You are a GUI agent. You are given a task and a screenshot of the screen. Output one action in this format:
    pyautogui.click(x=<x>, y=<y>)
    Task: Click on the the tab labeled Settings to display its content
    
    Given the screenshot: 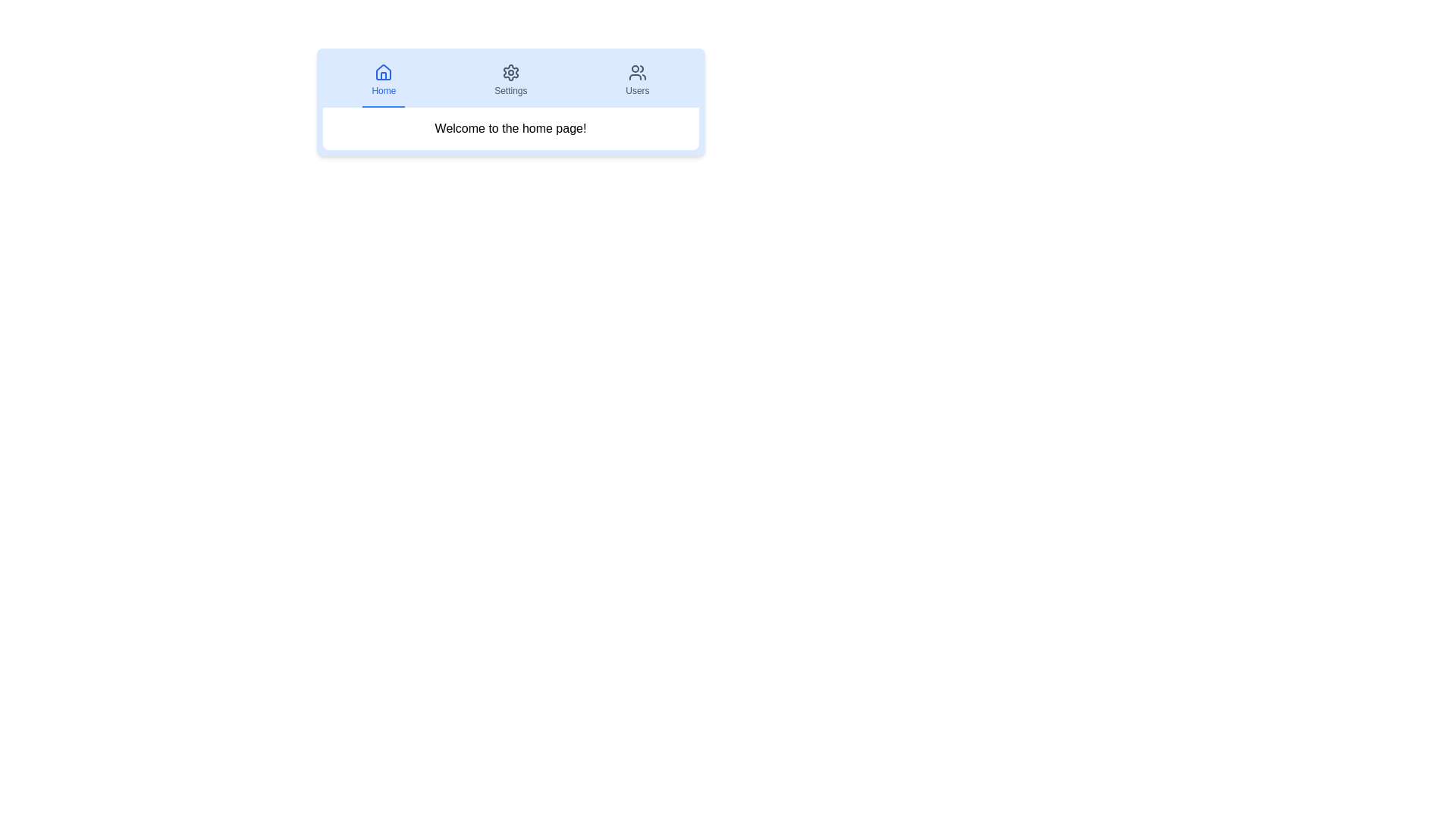 What is the action you would take?
    pyautogui.click(x=510, y=81)
    